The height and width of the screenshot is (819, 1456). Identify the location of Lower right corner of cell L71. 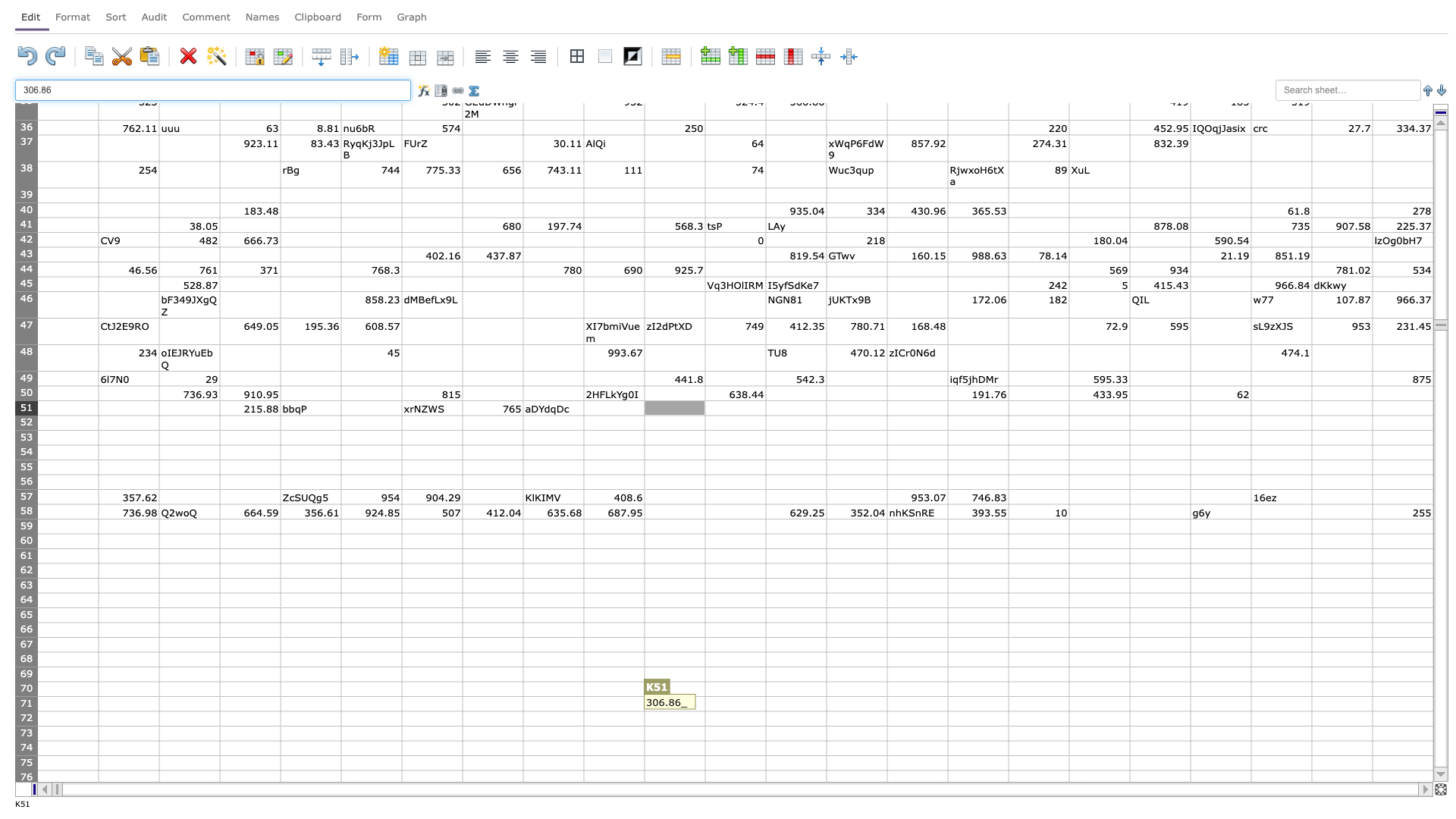
(765, 711).